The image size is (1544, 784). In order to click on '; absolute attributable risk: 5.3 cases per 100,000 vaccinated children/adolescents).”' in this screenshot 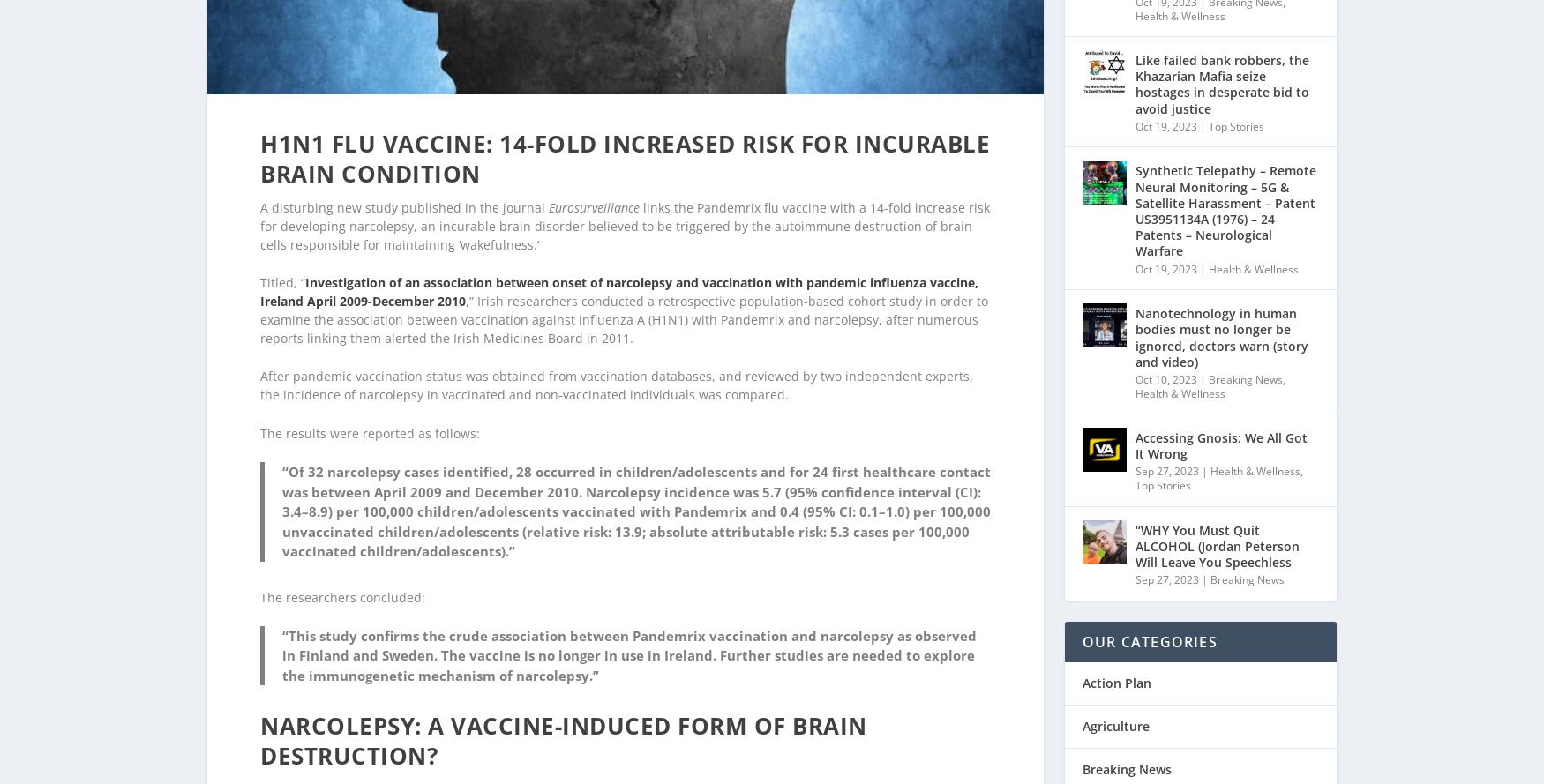, I will do `click(626, 517)`.